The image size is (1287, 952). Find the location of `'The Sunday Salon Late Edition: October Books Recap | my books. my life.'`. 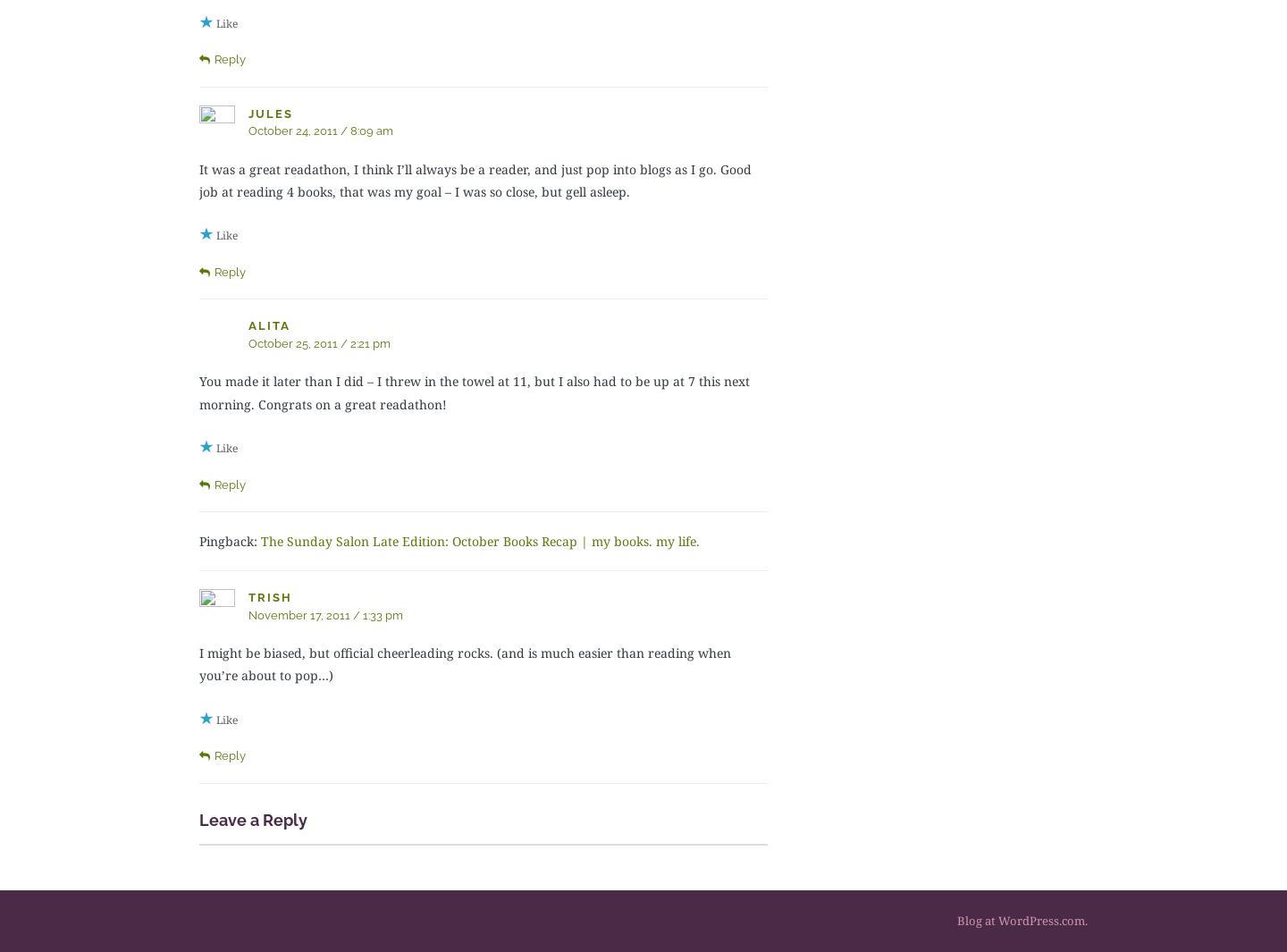

'The Sunday Salon Late Edition: October Books Recap | my books. my life.' is located at coordinates (479, 541).